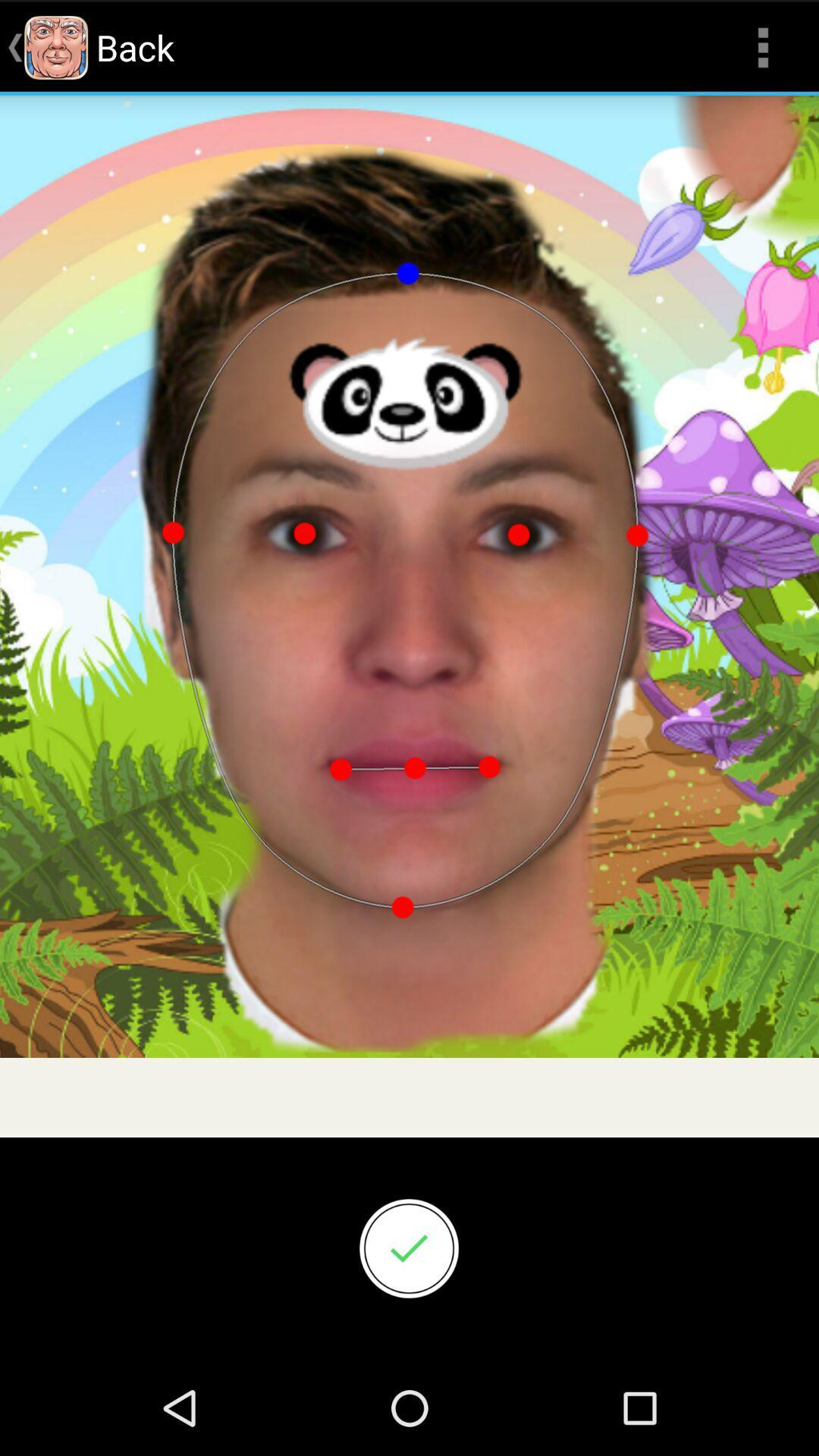 The width and height of the screenshot is (819, 1456). What do you see at coordinates (408, 1336) in the screenshot?
I see `the check icon` at bounding box center [408, 1336].